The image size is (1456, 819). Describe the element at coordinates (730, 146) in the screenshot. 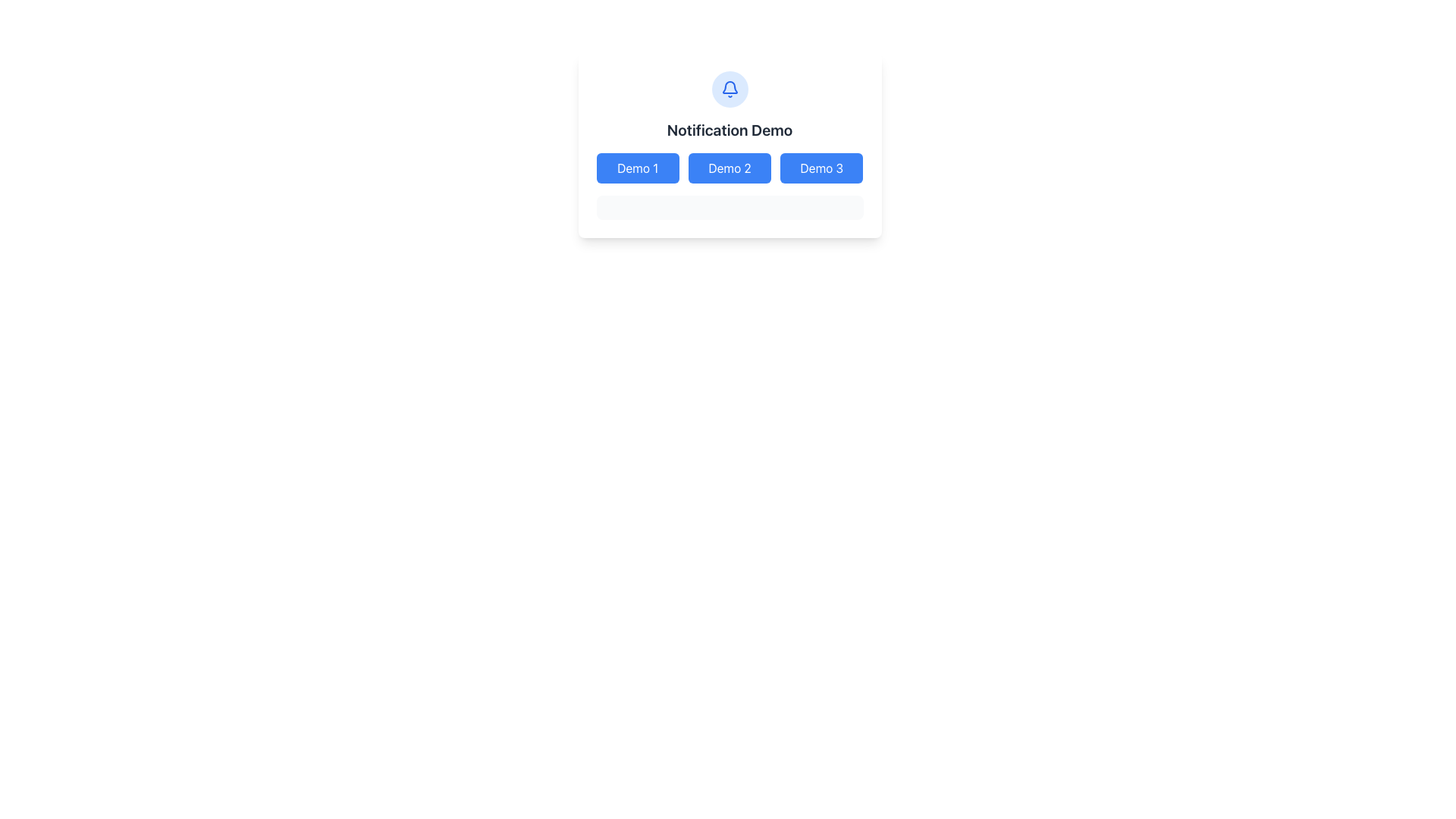

I see `the notification demonstration panel containing the 'Notification Demo' title and associated buttons` at that location.